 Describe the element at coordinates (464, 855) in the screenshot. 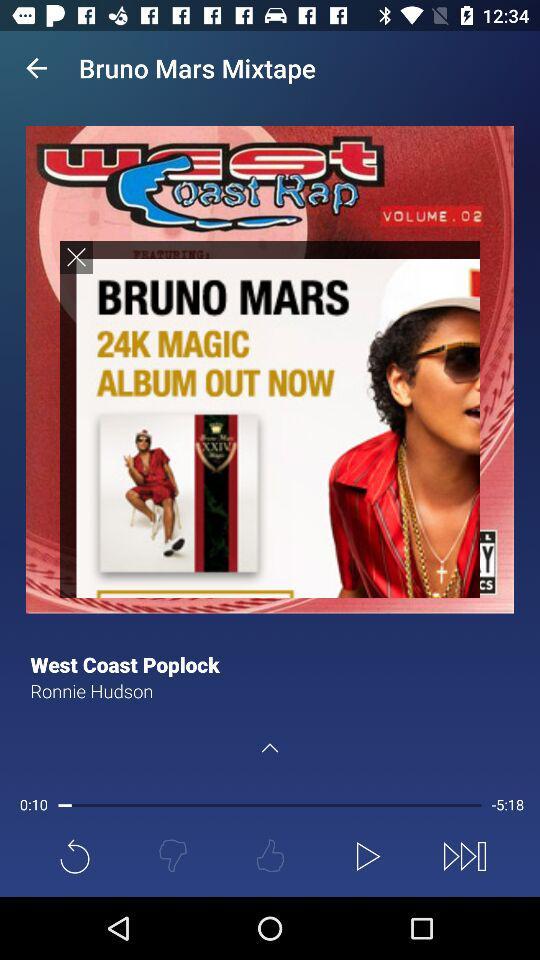

I see `the skip_next icon` at that location.